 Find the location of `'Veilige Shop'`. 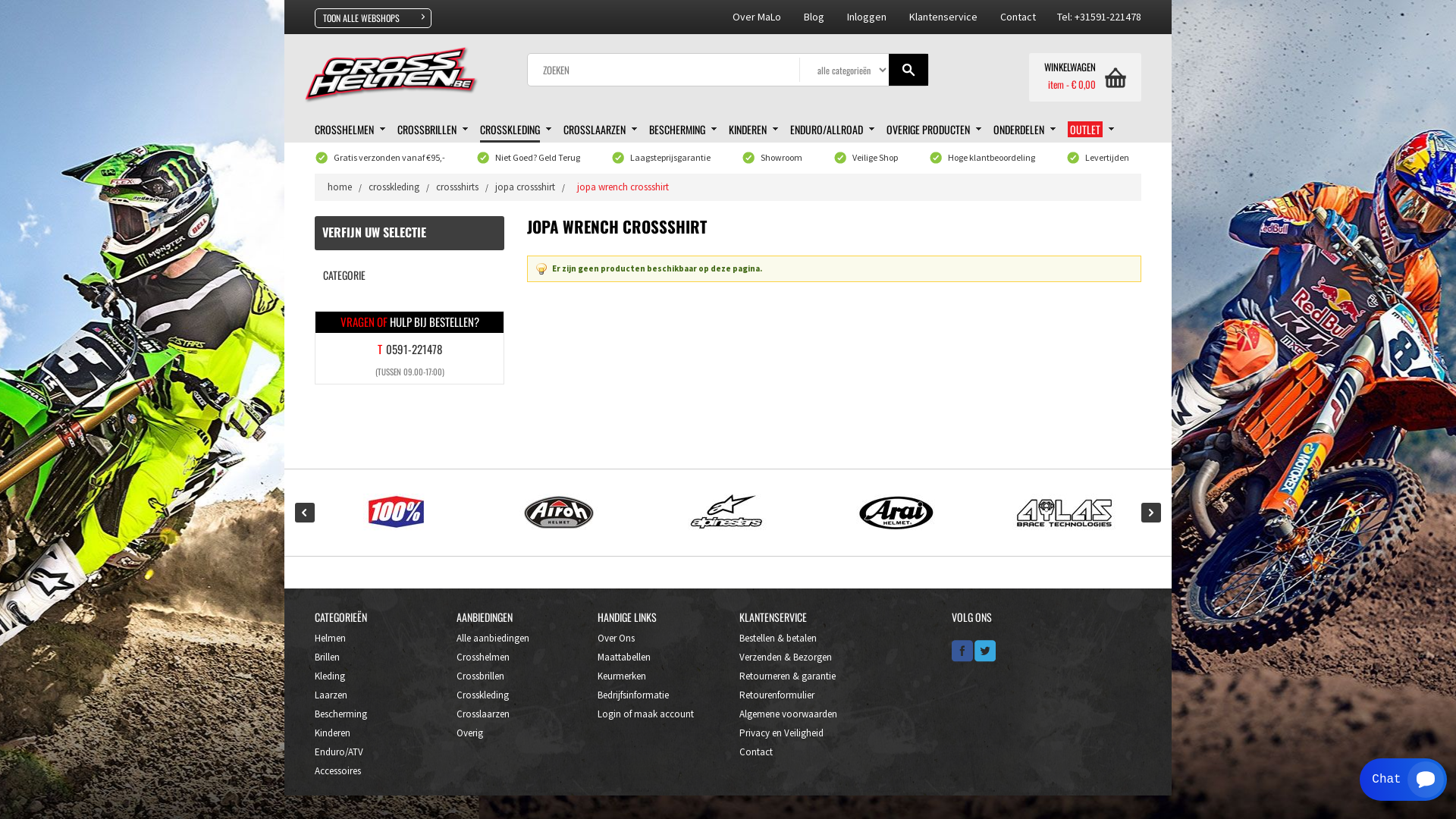

'Veilige Shop' is located at coordinates (852, 157).